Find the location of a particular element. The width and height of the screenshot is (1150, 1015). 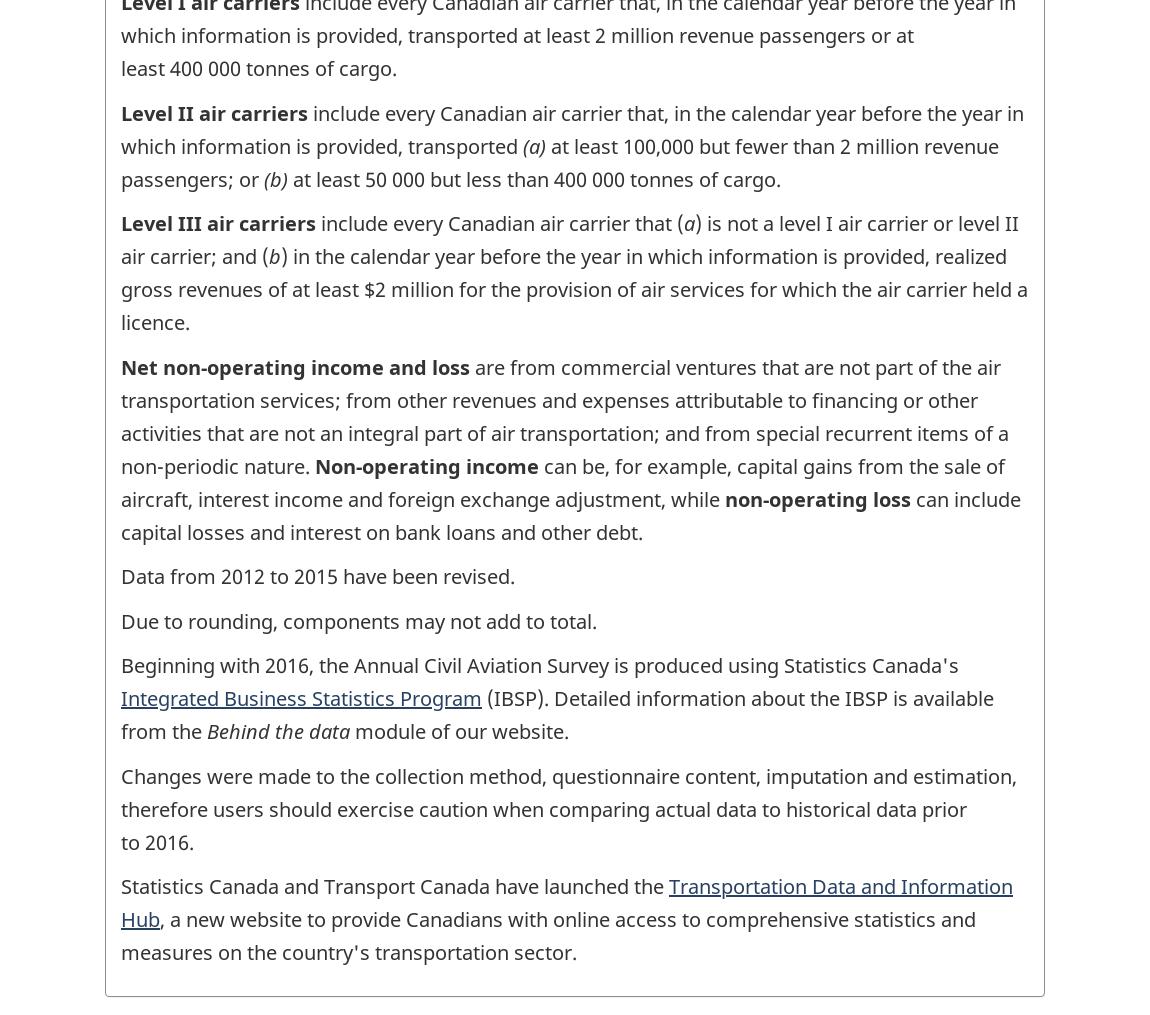

'and loss' is located at coordinates (389, 366).